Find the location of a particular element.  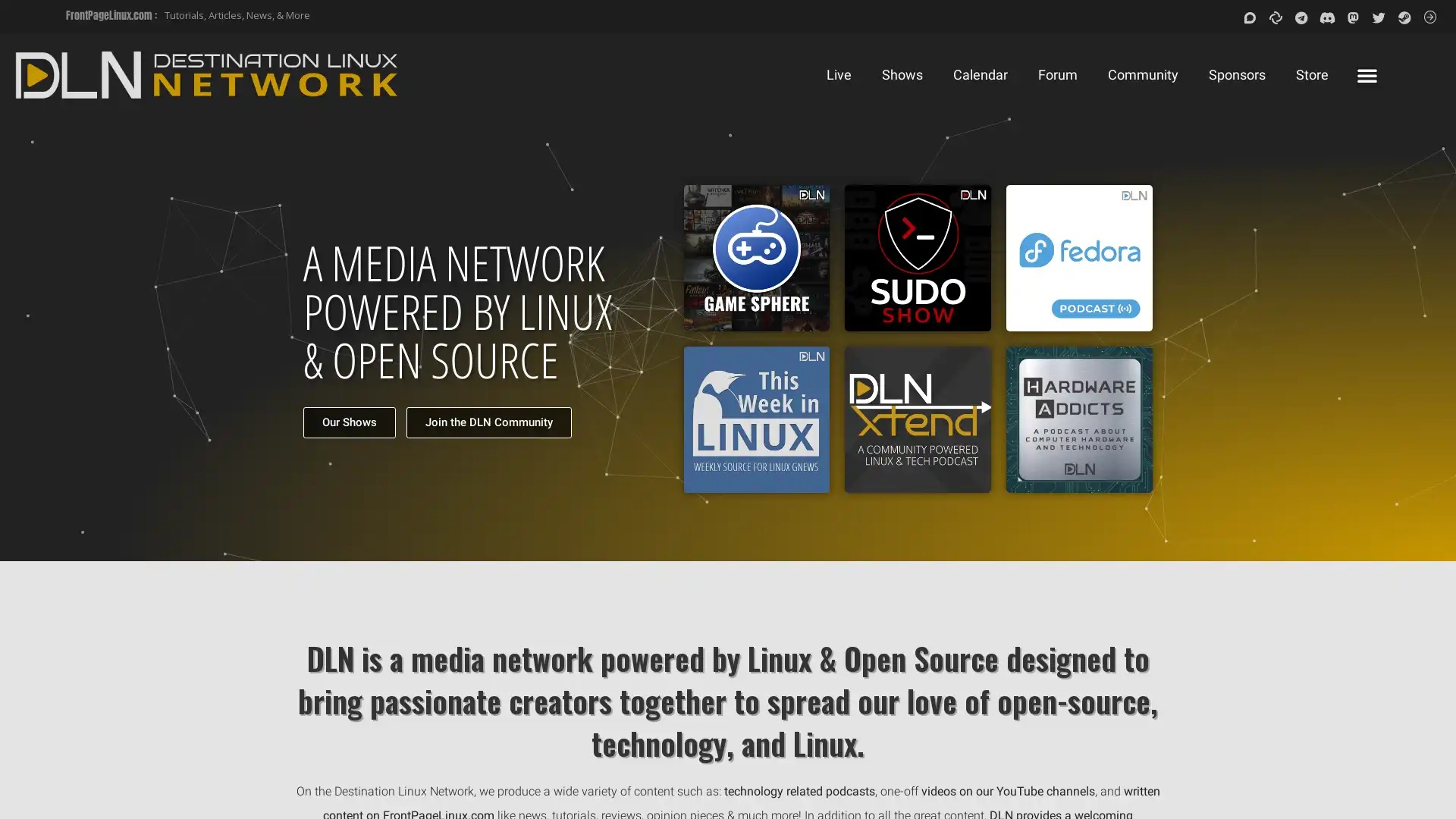

Our Shows is located at coordinates (348, 422).